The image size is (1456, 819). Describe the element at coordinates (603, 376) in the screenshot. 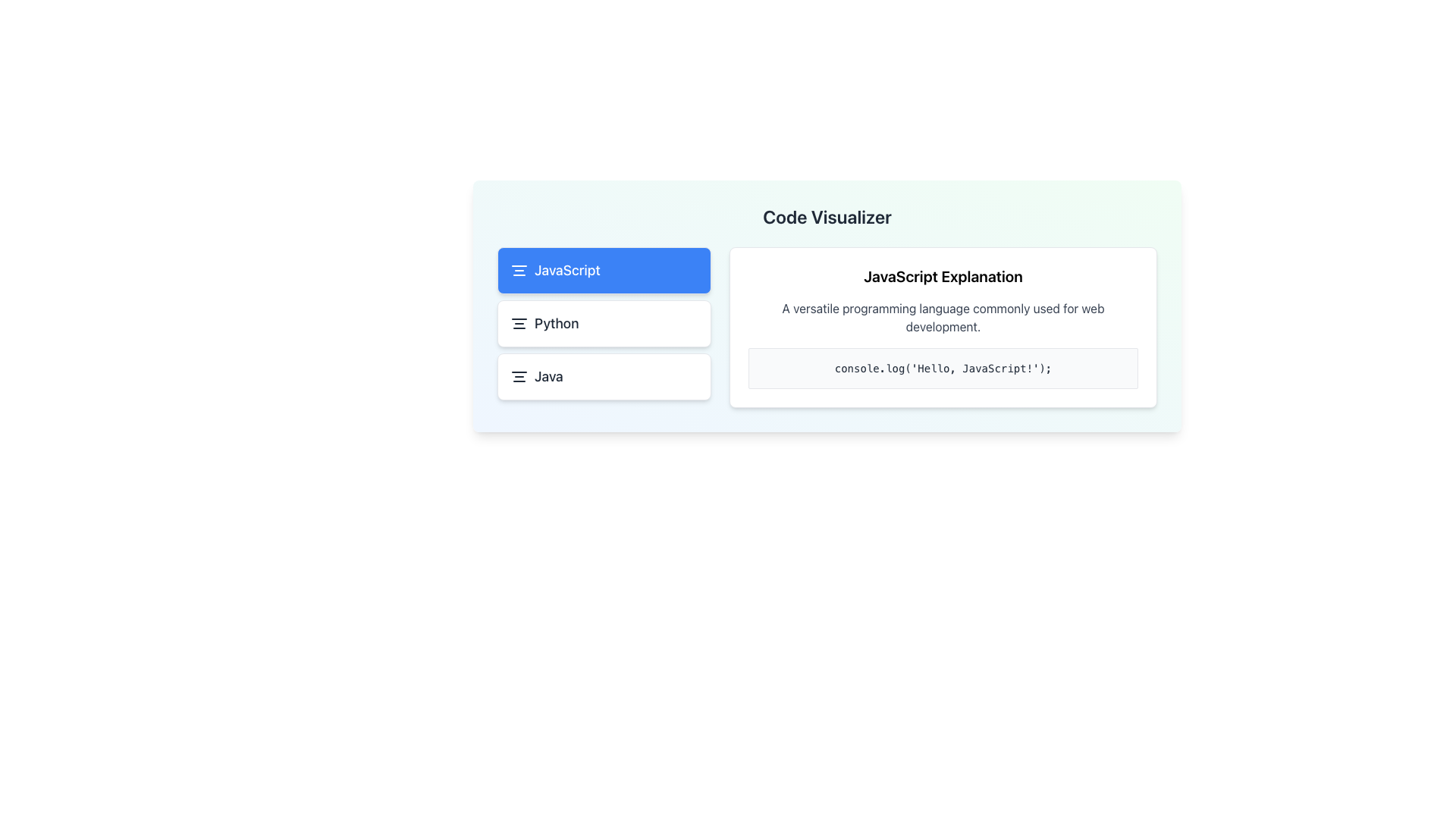

I see `the button that selects the 'Java' programming language option, which is the third item in a vertical list of programming languages` at that location.